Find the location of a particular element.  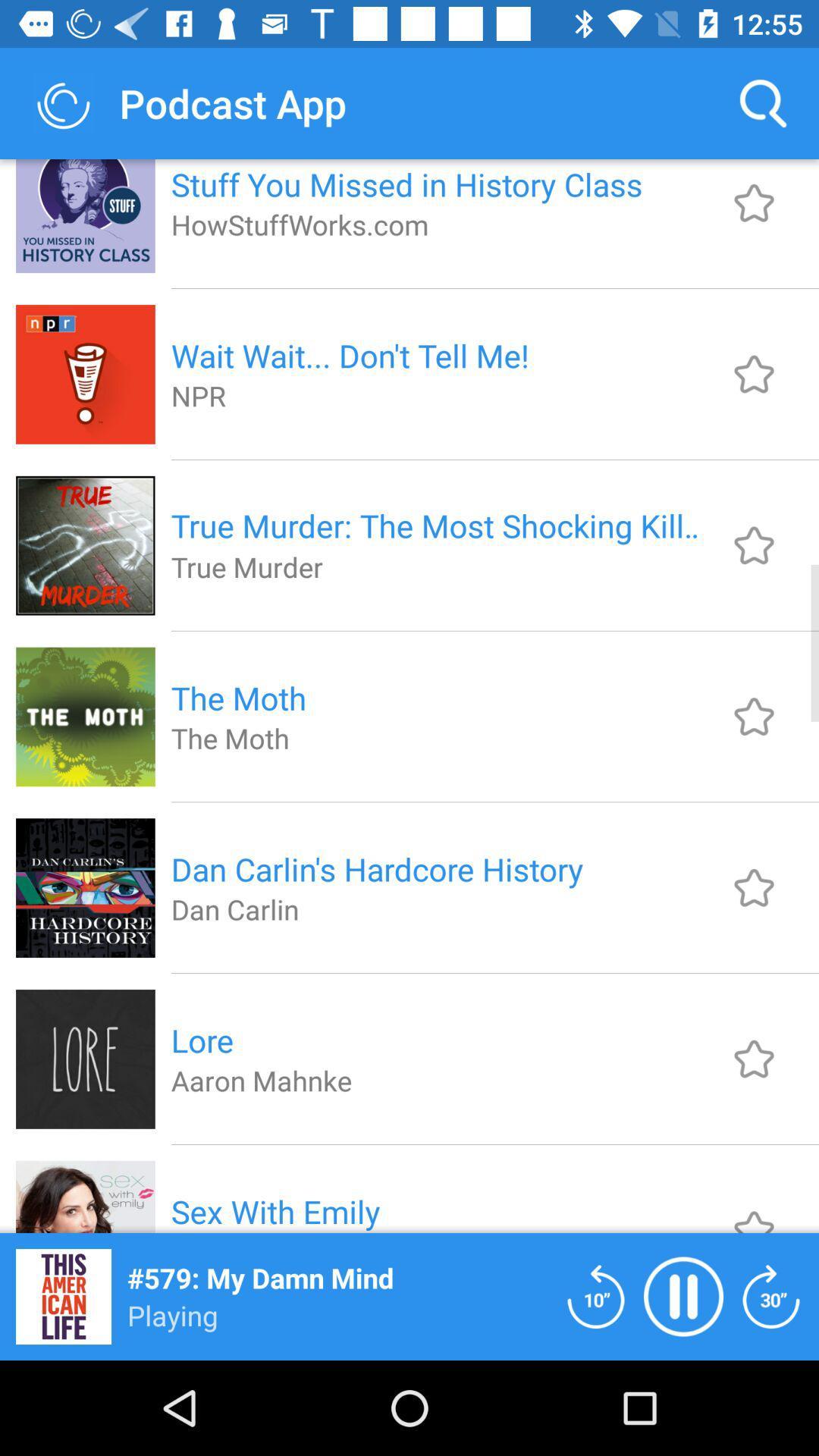

star is located at coordinates (754, 545).